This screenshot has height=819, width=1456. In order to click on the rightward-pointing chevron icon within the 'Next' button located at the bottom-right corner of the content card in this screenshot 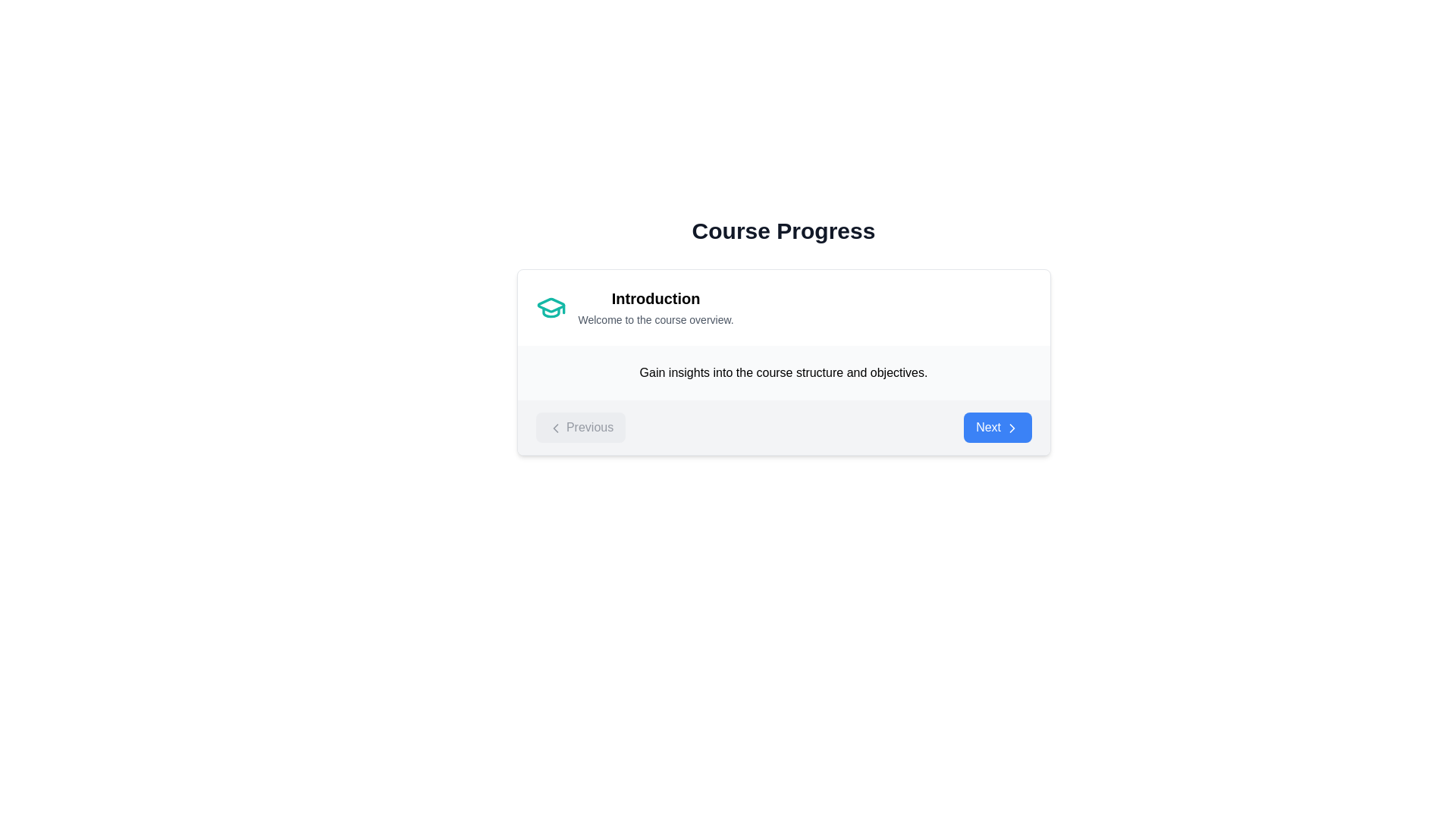, I will do `click(1012, 428)`.